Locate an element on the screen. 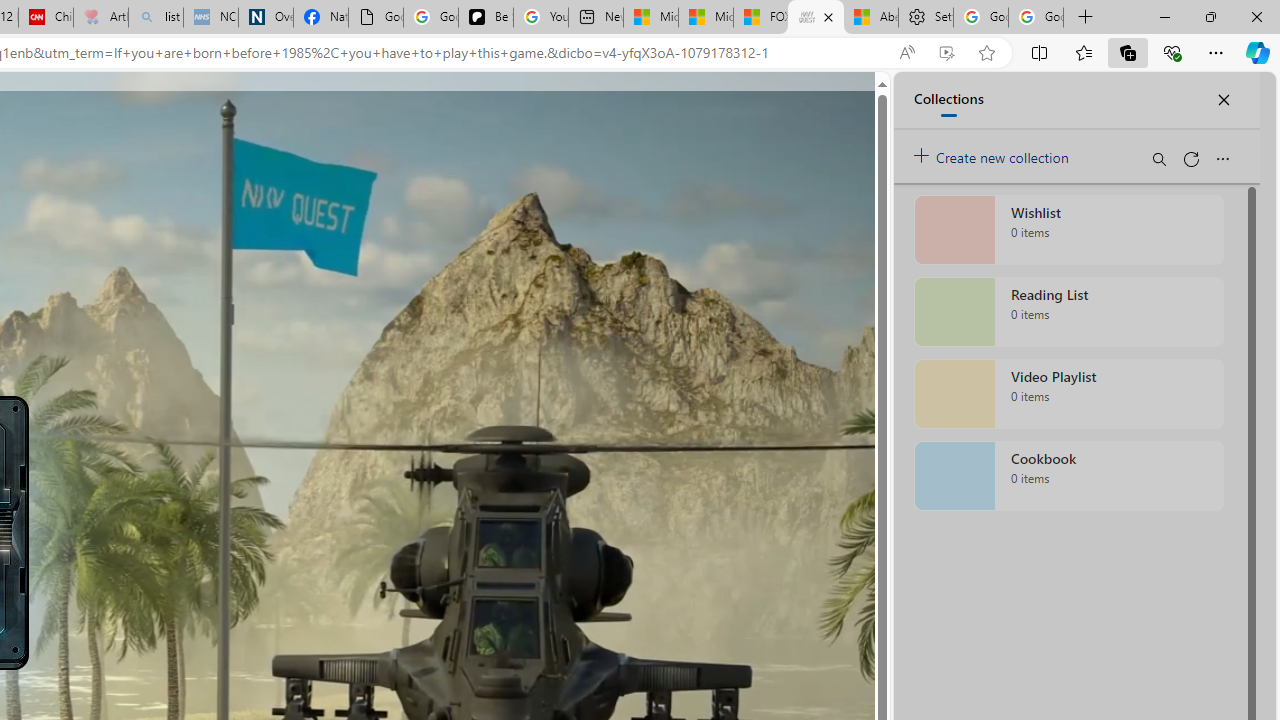 This screenshot has width=1280, height=720. 'list of asthma inhalers uk - Search - Sleeping' is located at coordinates (155, 17).